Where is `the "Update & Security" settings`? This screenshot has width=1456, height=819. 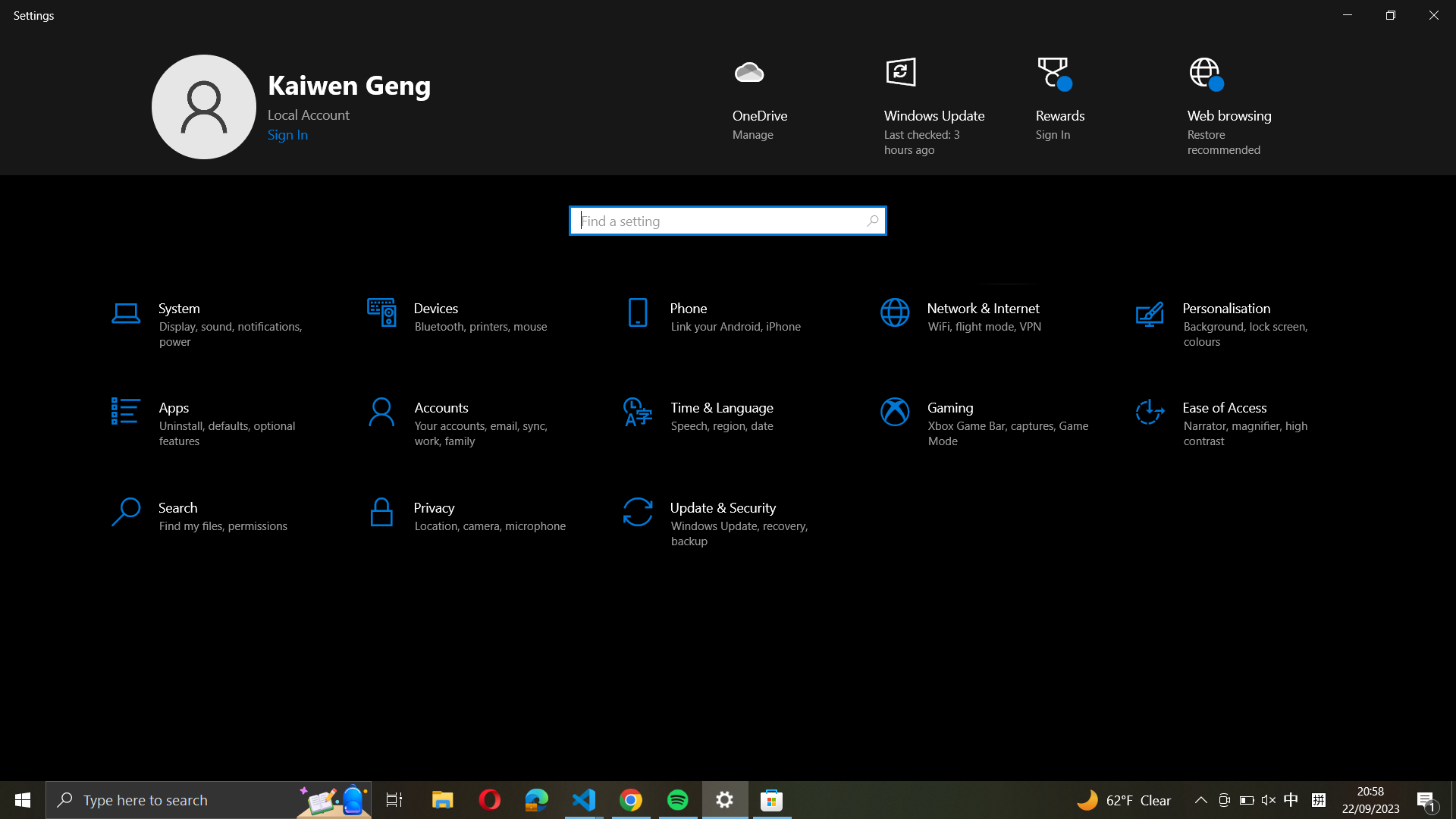
the "Update & Security" settings is located at coordinates (729, 519).